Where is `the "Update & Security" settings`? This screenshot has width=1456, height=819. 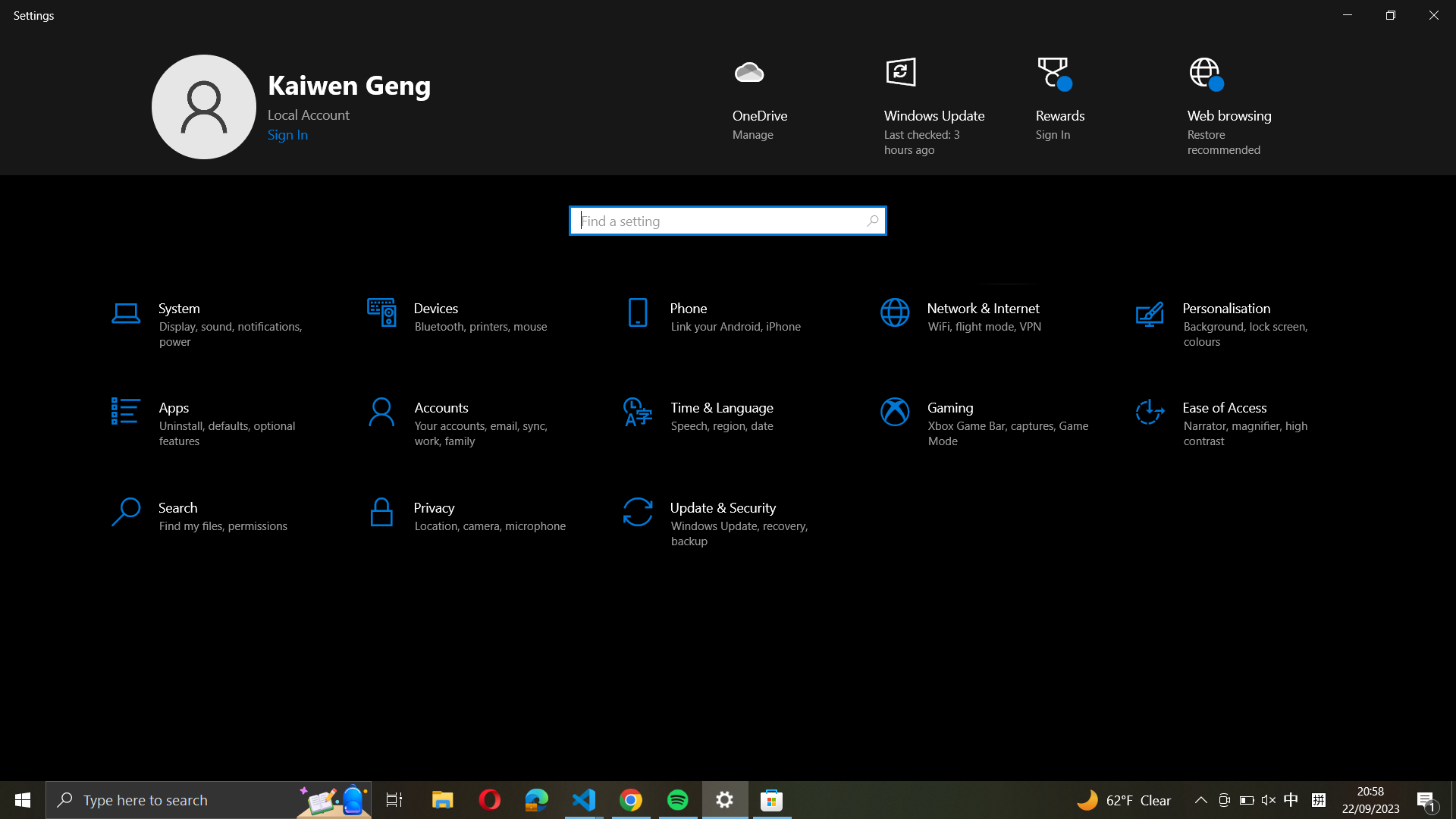
the "Update & Security" settings is located at coordinates (729, 519).